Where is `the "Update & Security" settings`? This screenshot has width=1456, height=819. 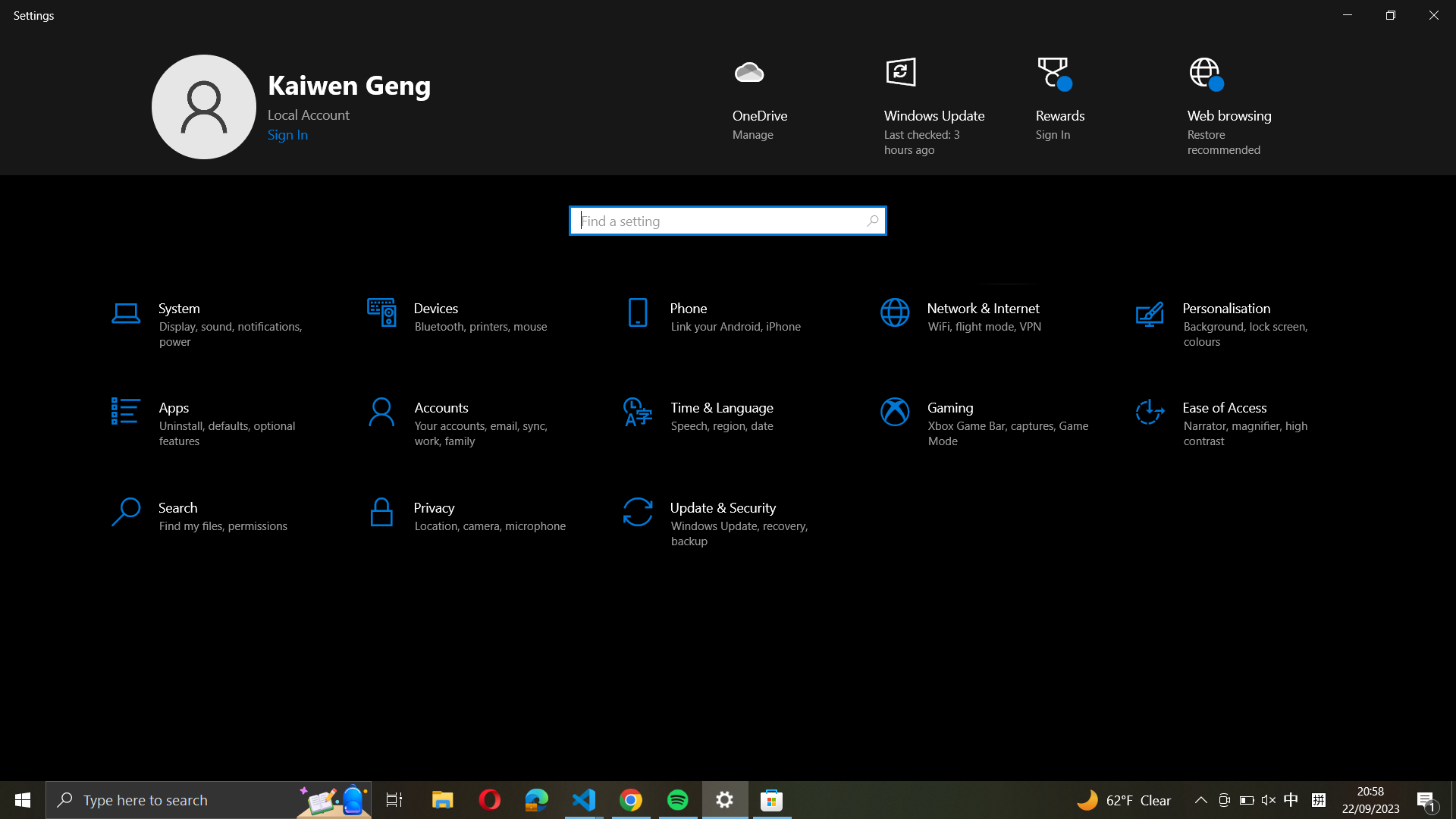
the "Update & Security" settings is located at coordinates (729, 519).